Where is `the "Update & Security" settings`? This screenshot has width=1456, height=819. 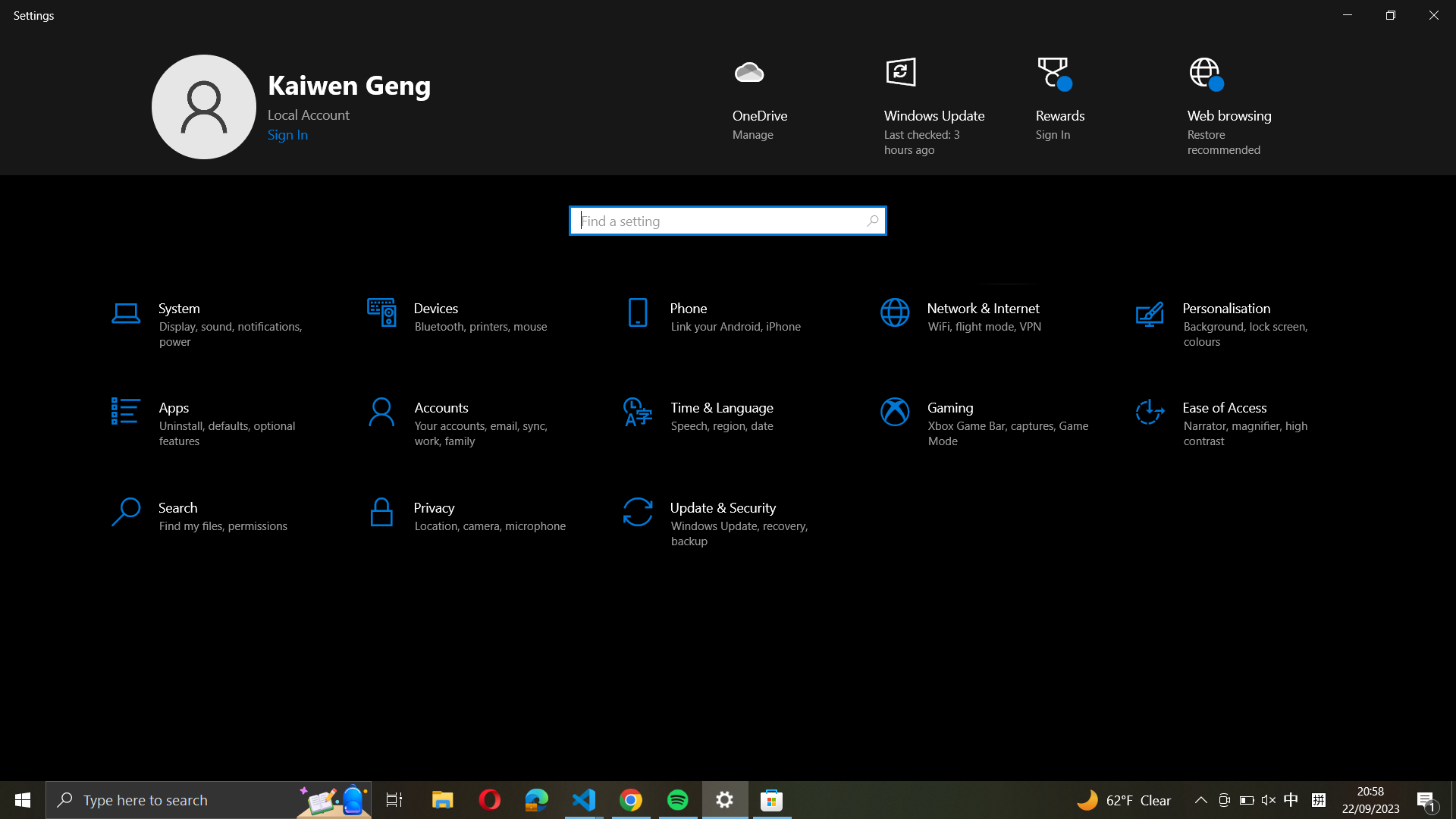
the "Update & Security" settings is located at coordinates (729, 519).